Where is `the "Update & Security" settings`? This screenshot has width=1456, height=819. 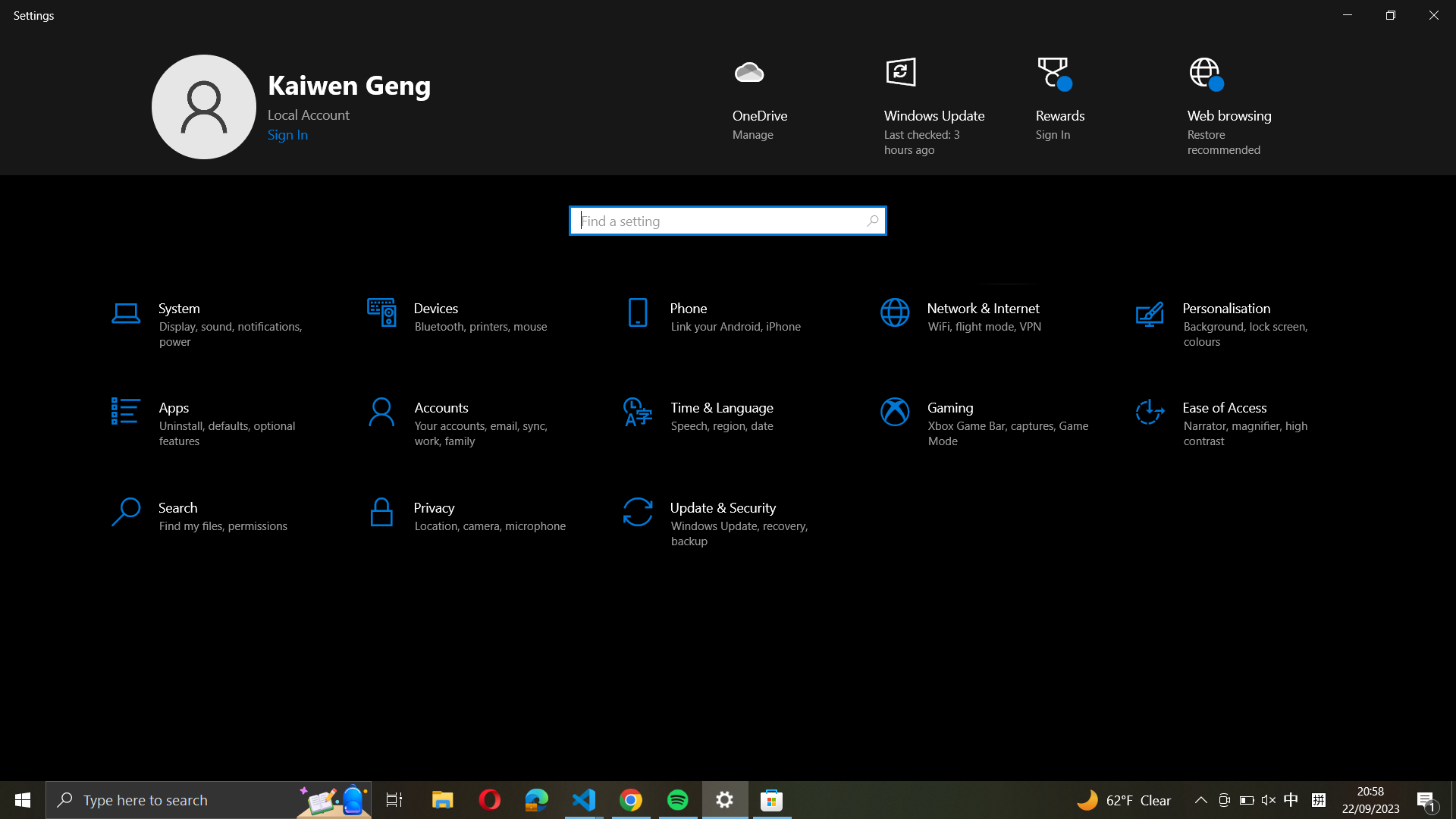
the "Update & Security" settings is located at coordinates (729, 519).